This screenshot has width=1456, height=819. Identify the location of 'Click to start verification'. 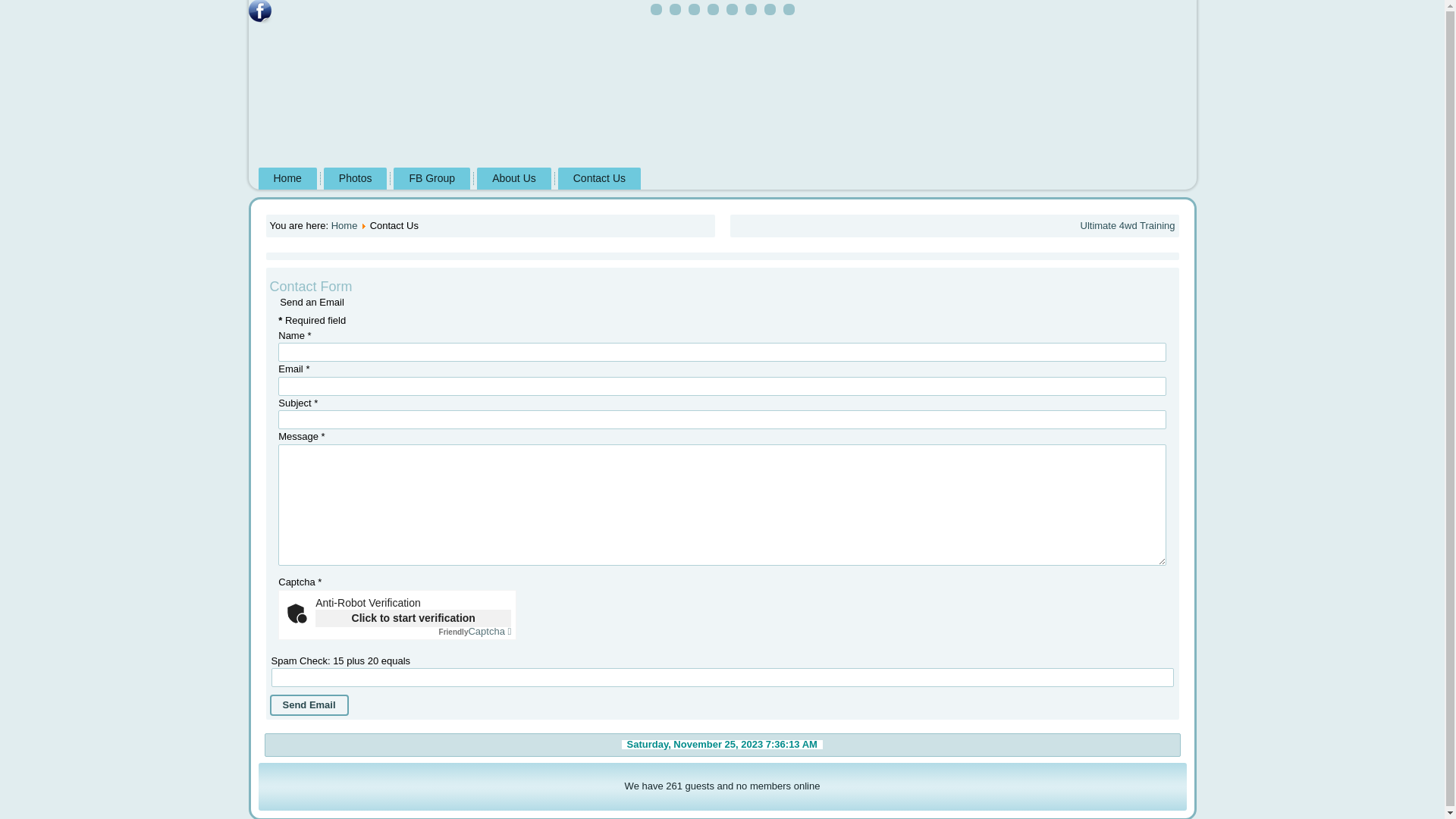
(413, 618).